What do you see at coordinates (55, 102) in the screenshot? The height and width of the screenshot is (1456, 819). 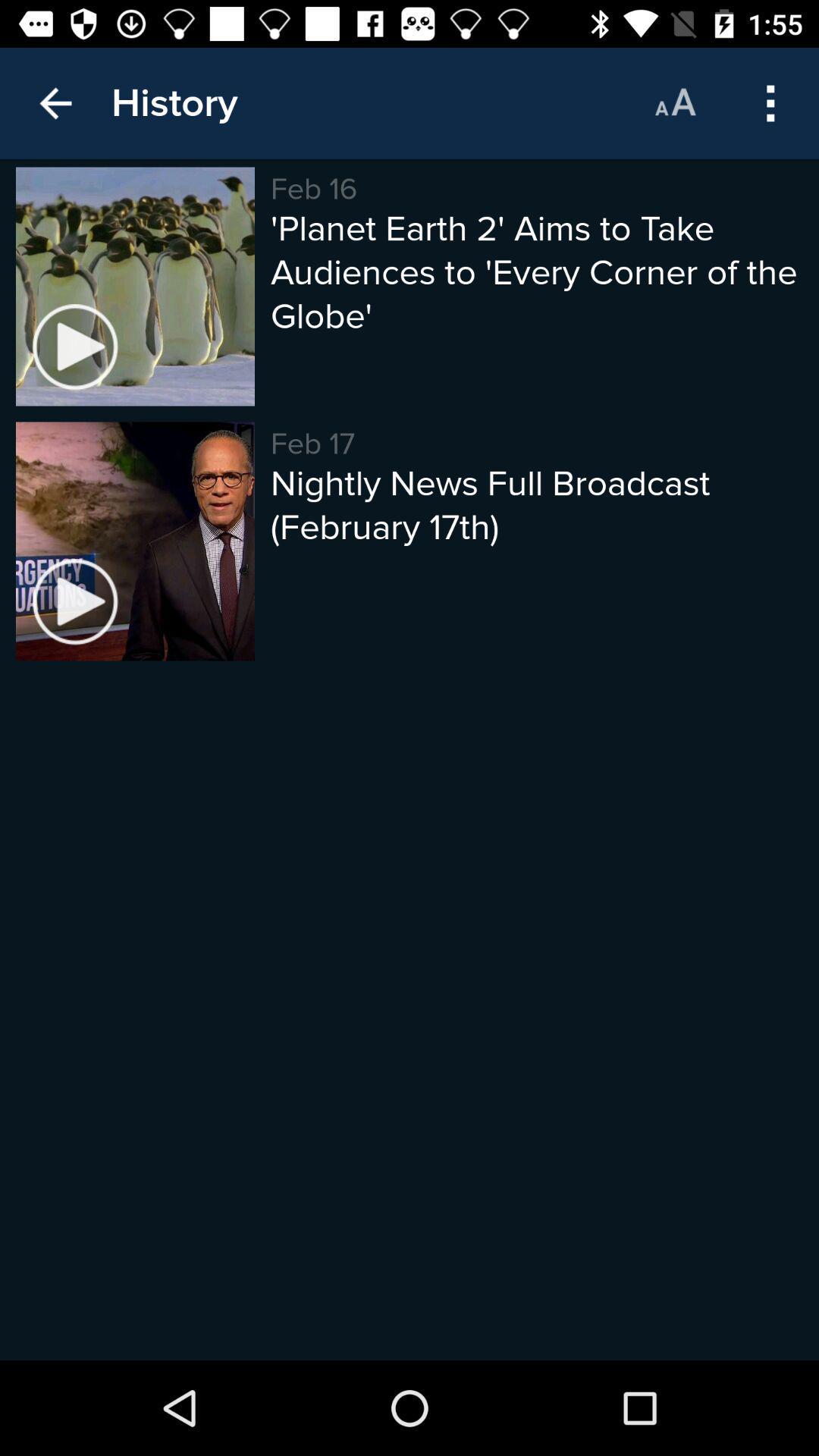 I see `icon next to the history icon` at bounding box center [55, 102].